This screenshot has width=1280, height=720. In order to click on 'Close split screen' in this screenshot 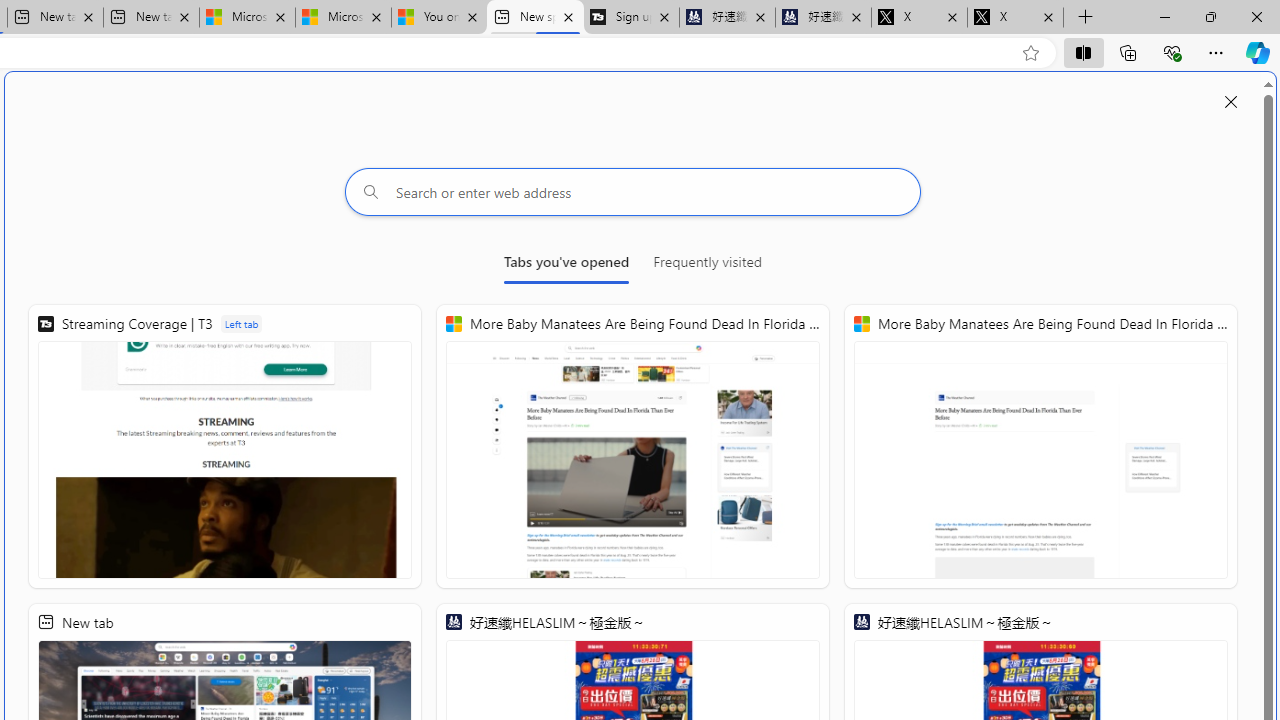, I will do `click(1230, 102)`.